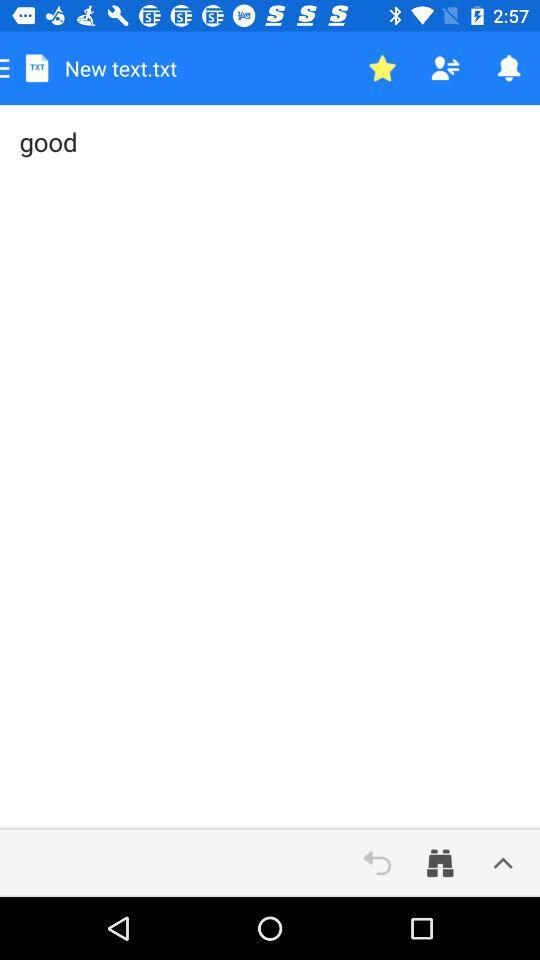  Describe the element at coordinates (440, 862) in the screenshot. I see `search` at that location.